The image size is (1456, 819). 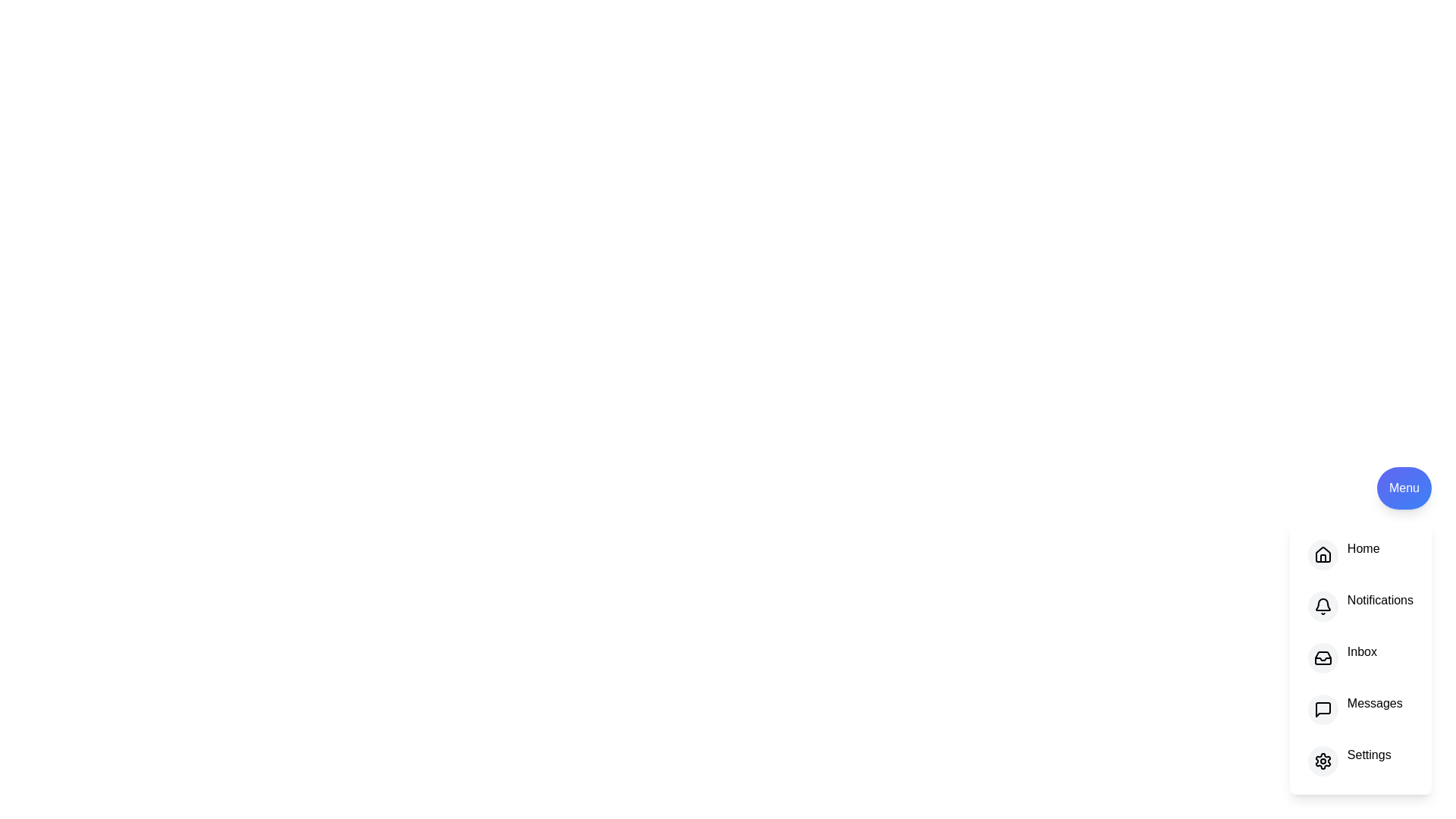 What do you see at coordinates (1360, 657) in the screenshot?
I see `the option Inbox in the menu to see the hover effect` at bounding box center [1360, 657].